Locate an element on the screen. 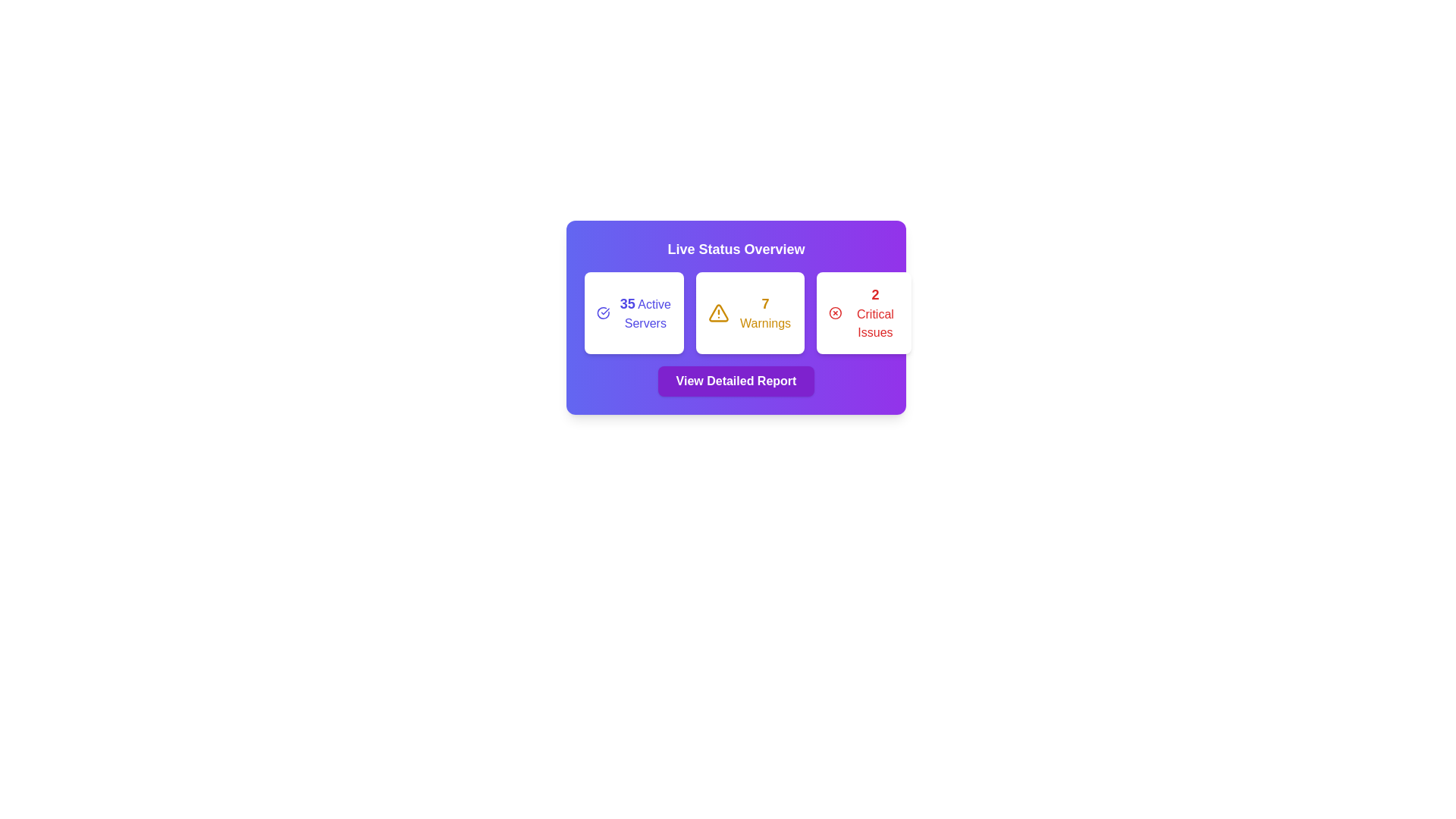  the text label displaying '7 Warnings', which is styled in bold, yellow text on a white card with a rounded border, indicating caution is located at coordinates (765, 312).